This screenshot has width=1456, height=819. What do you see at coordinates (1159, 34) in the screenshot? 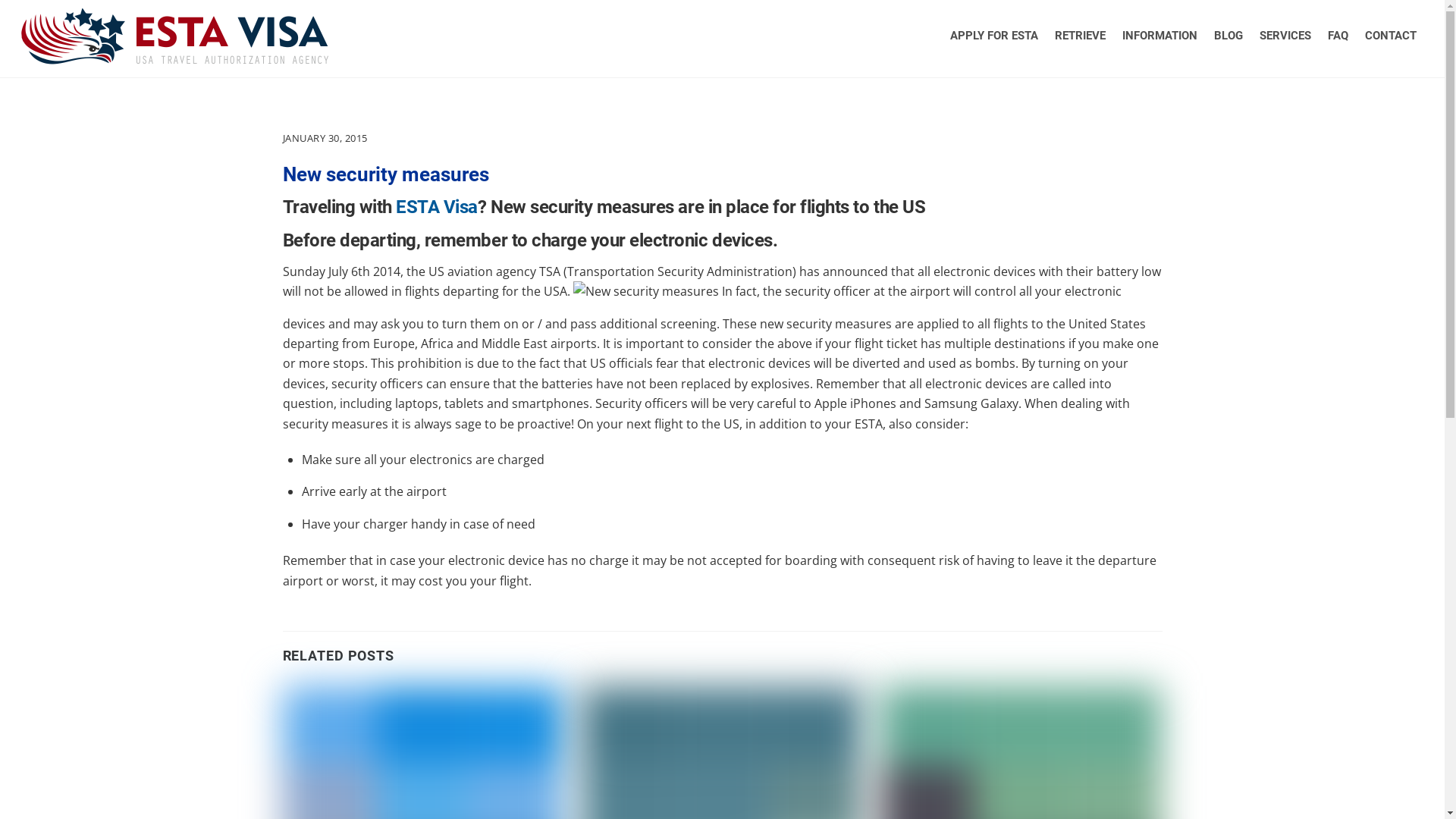
I see `'INFORMATION'` at bounding box center [1159, 34].